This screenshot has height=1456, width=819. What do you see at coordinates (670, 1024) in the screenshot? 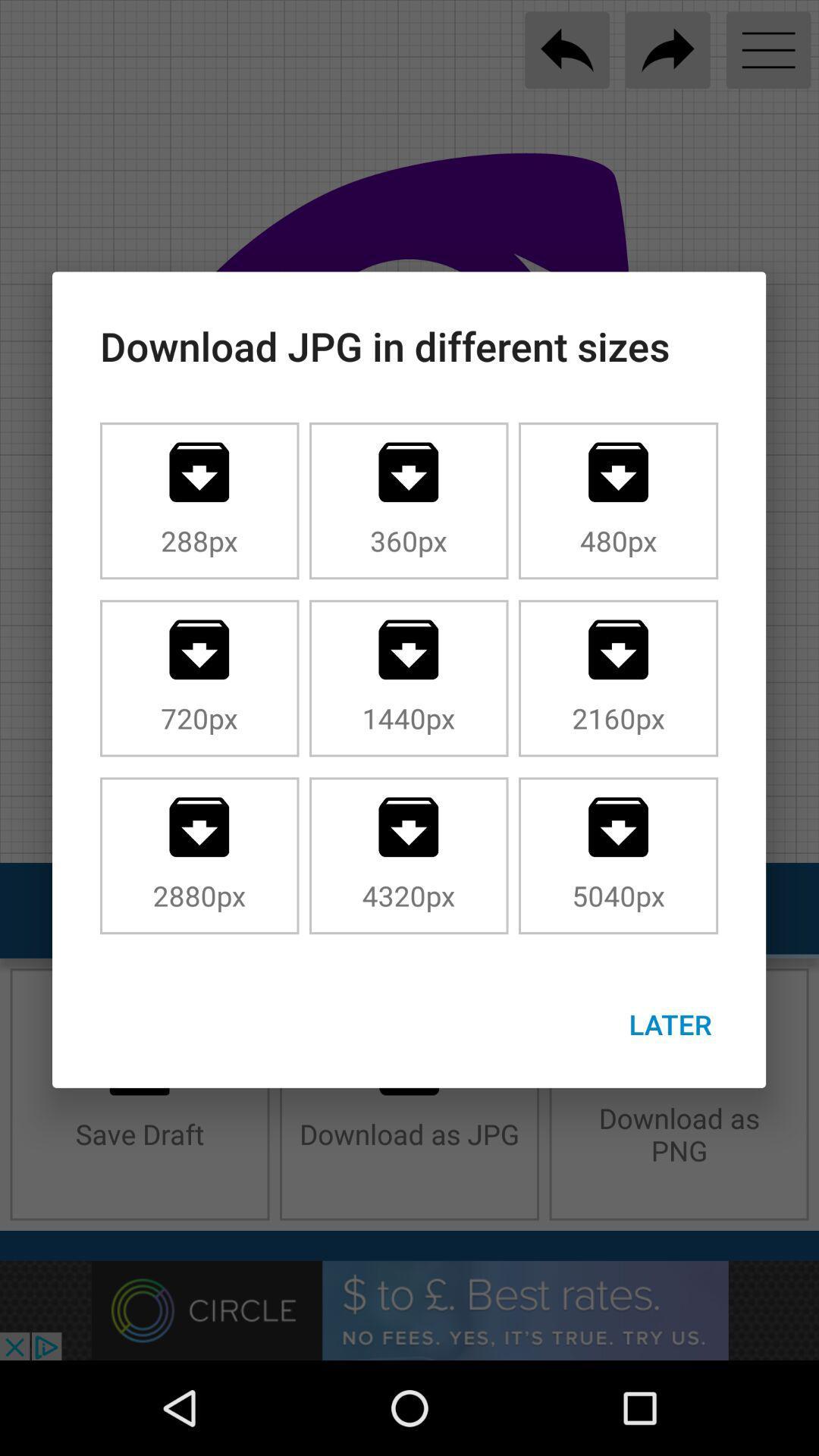
I see `icon below 5040px` at bounding box center [670, 1024].